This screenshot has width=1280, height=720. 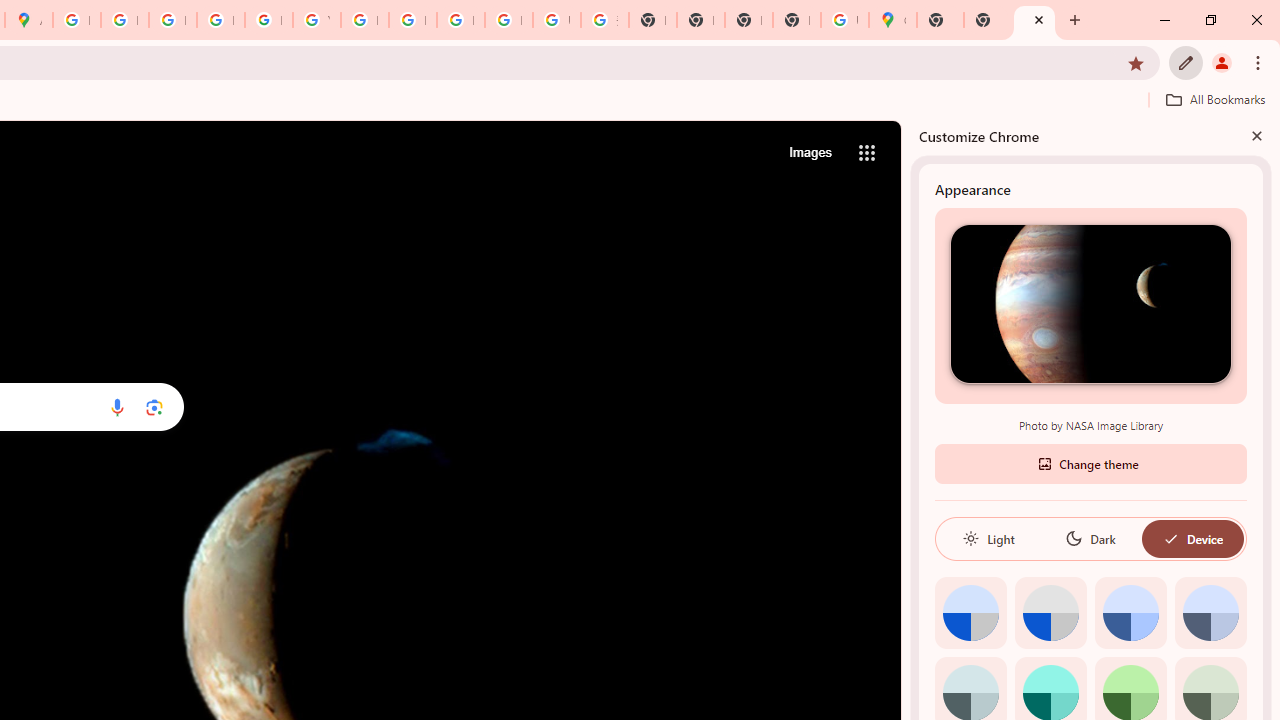 I want to click on 'Privacy Help Center - Policies Help', so click(x=172, y=20).